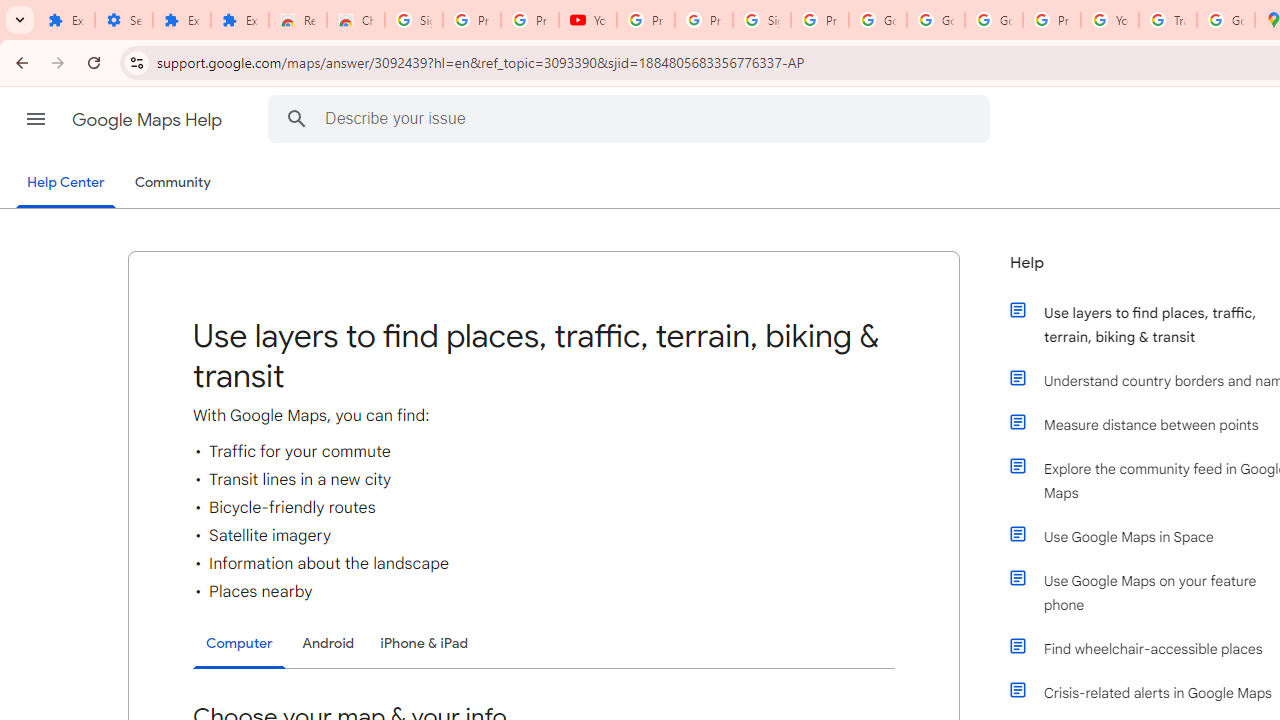  Describe the element at coordinates (587, 20) in the screenshot. I see `'YouTube'` at that location.